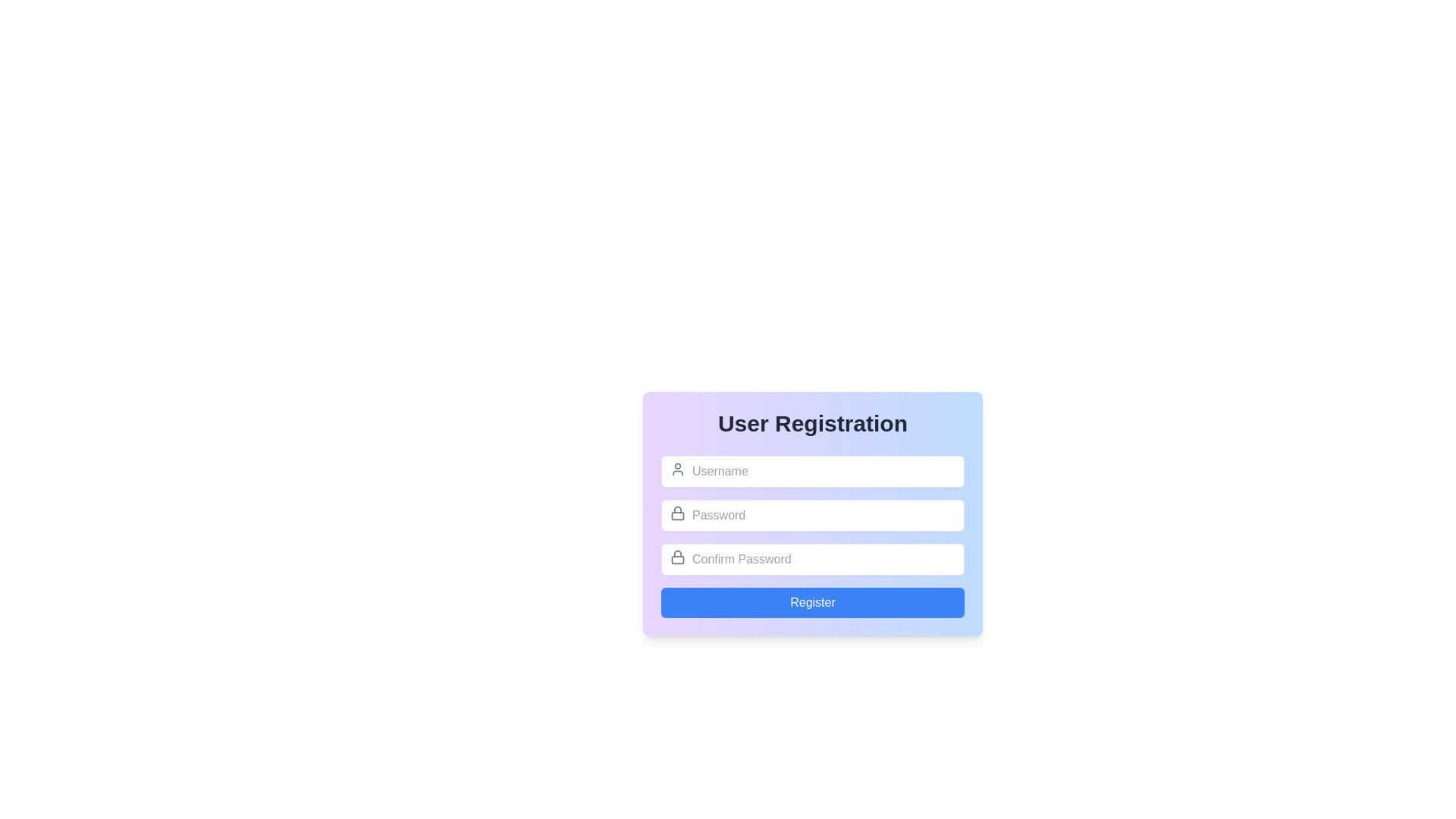 This screenshot has width=1456, height=819. I want to click on the leading icon inside the username input field, which visually indicates that the adjacent input field is for entering a username, so click(676, 468).